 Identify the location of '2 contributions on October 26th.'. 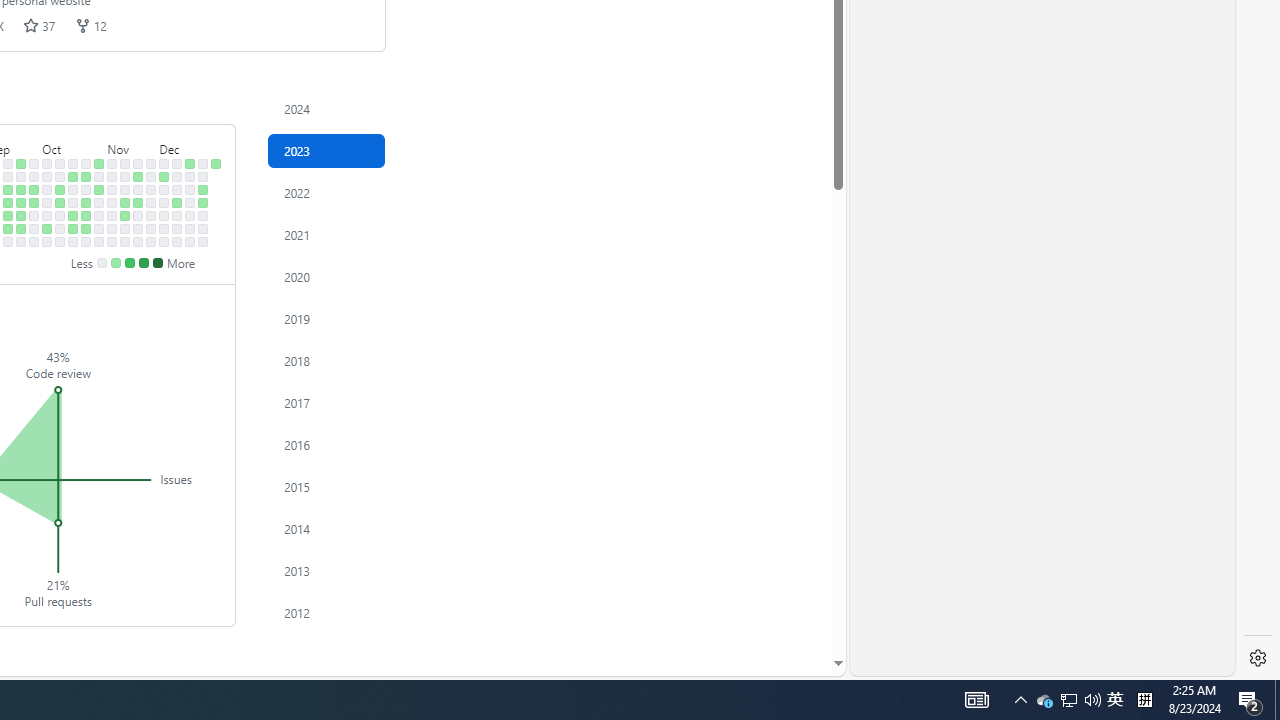
(85, 215).